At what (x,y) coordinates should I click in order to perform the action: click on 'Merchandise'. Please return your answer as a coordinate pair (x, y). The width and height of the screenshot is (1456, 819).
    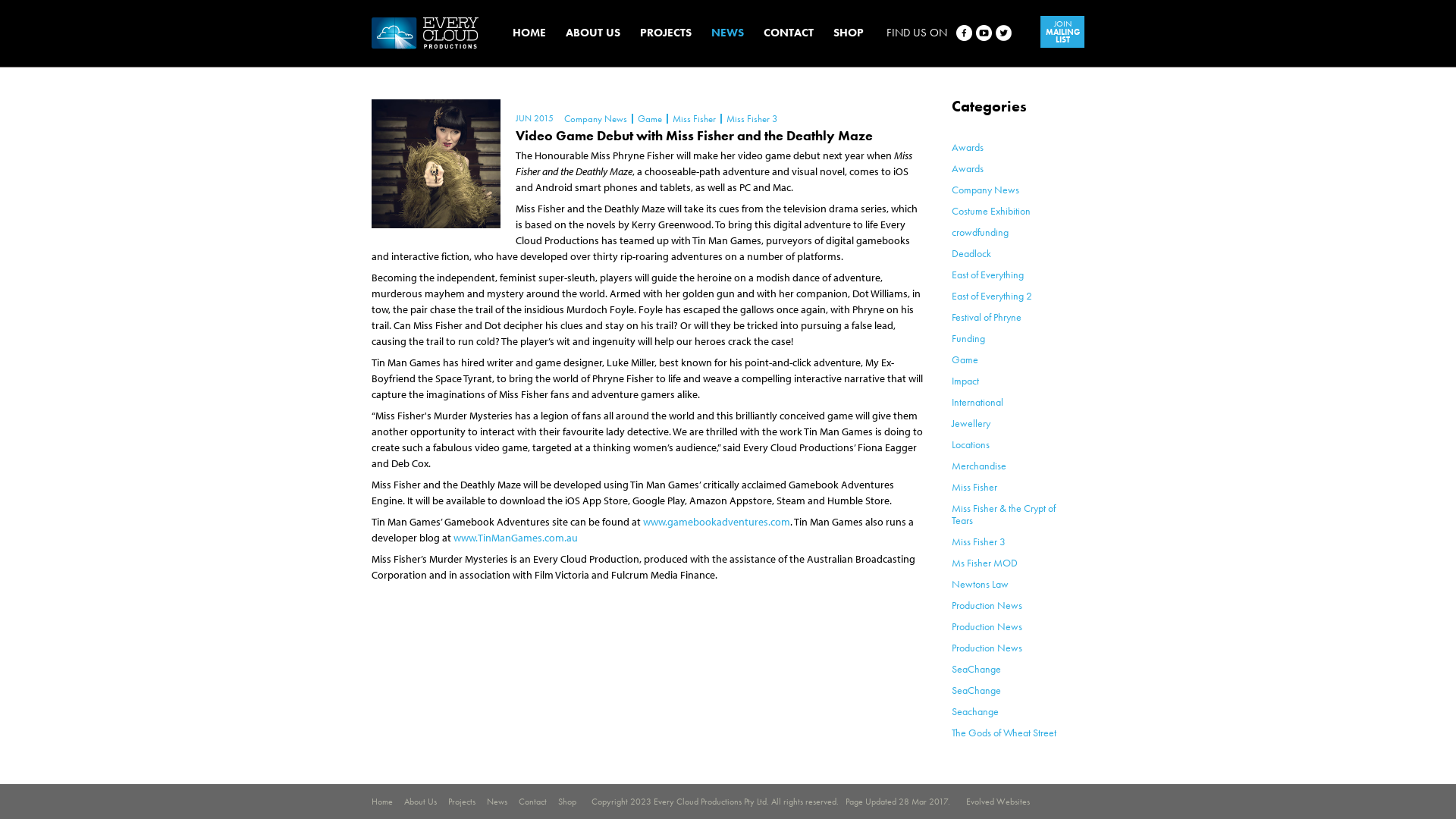
    Looking at the image, I should click on (979, 464).